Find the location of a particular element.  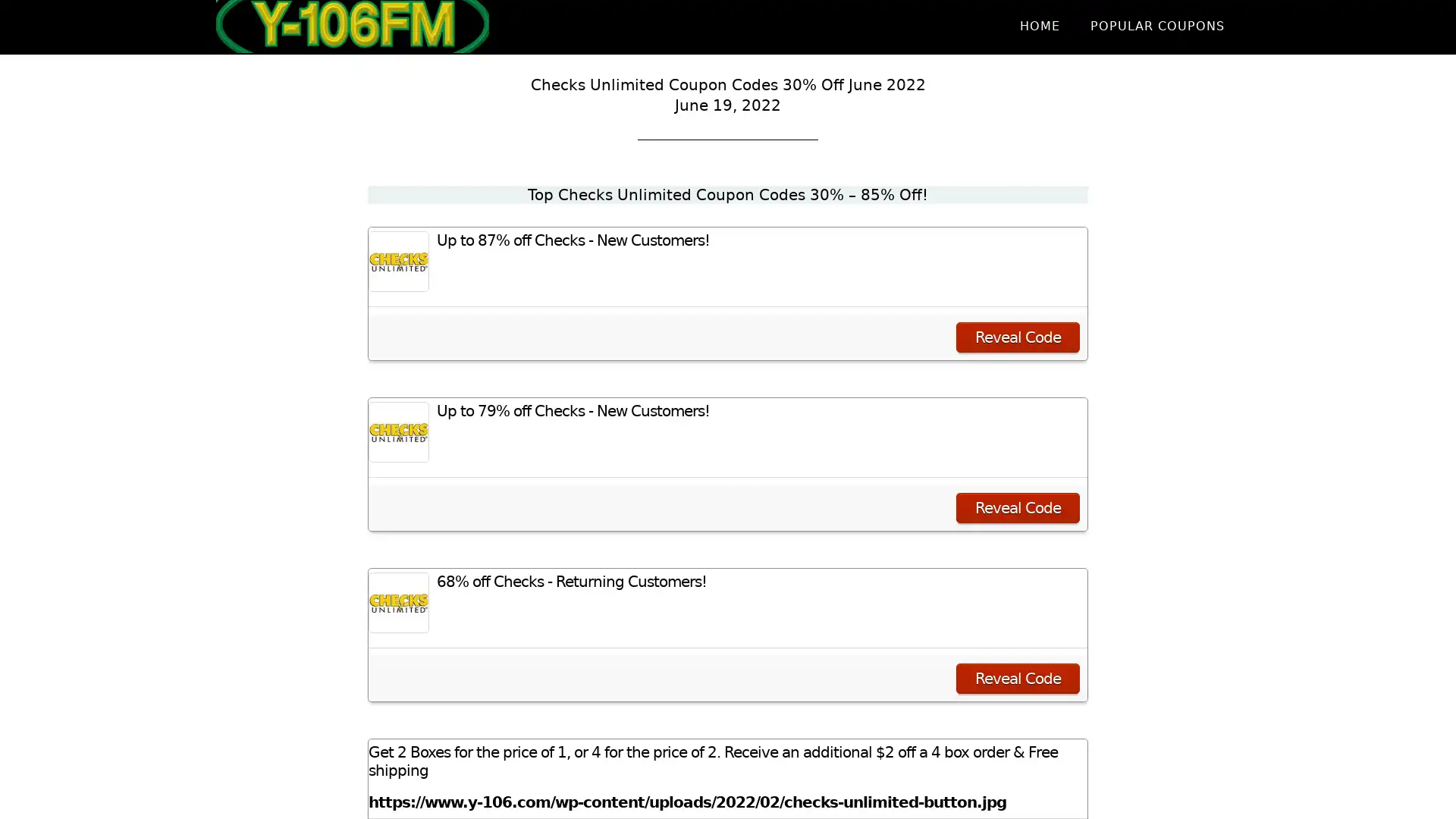

Reveal Code is located at coordinates (1018, 508).